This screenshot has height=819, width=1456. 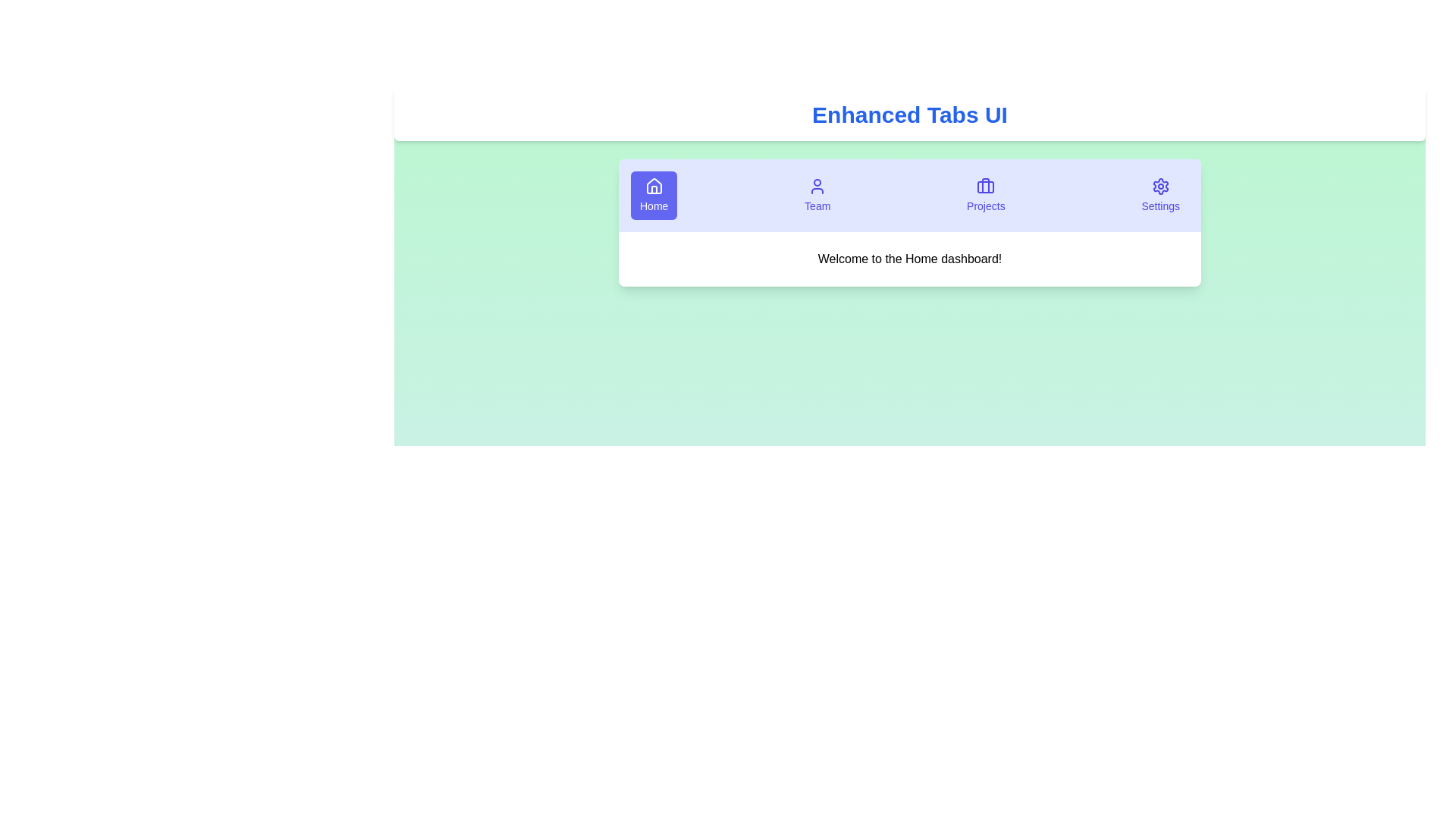 I want to click on the informational welcome message text label located below the navigation bar in the dashboard, confirming the user's current location in the application, so click(x=910, y=259).